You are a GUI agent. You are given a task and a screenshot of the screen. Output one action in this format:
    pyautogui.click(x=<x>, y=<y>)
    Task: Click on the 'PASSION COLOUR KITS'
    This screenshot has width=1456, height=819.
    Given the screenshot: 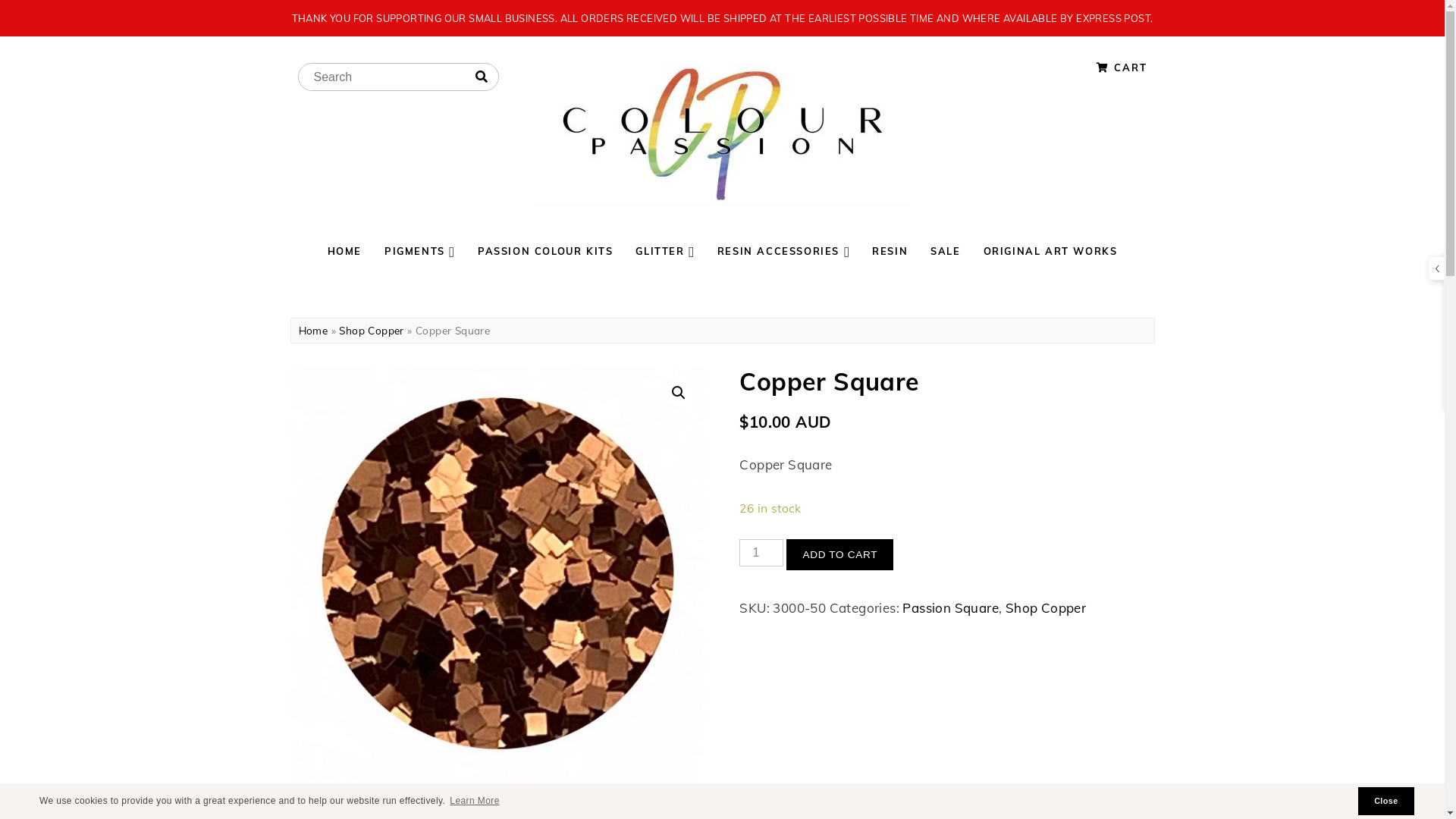 What is the action you would take?
    pyautogui.click(x=465, y=250)
    